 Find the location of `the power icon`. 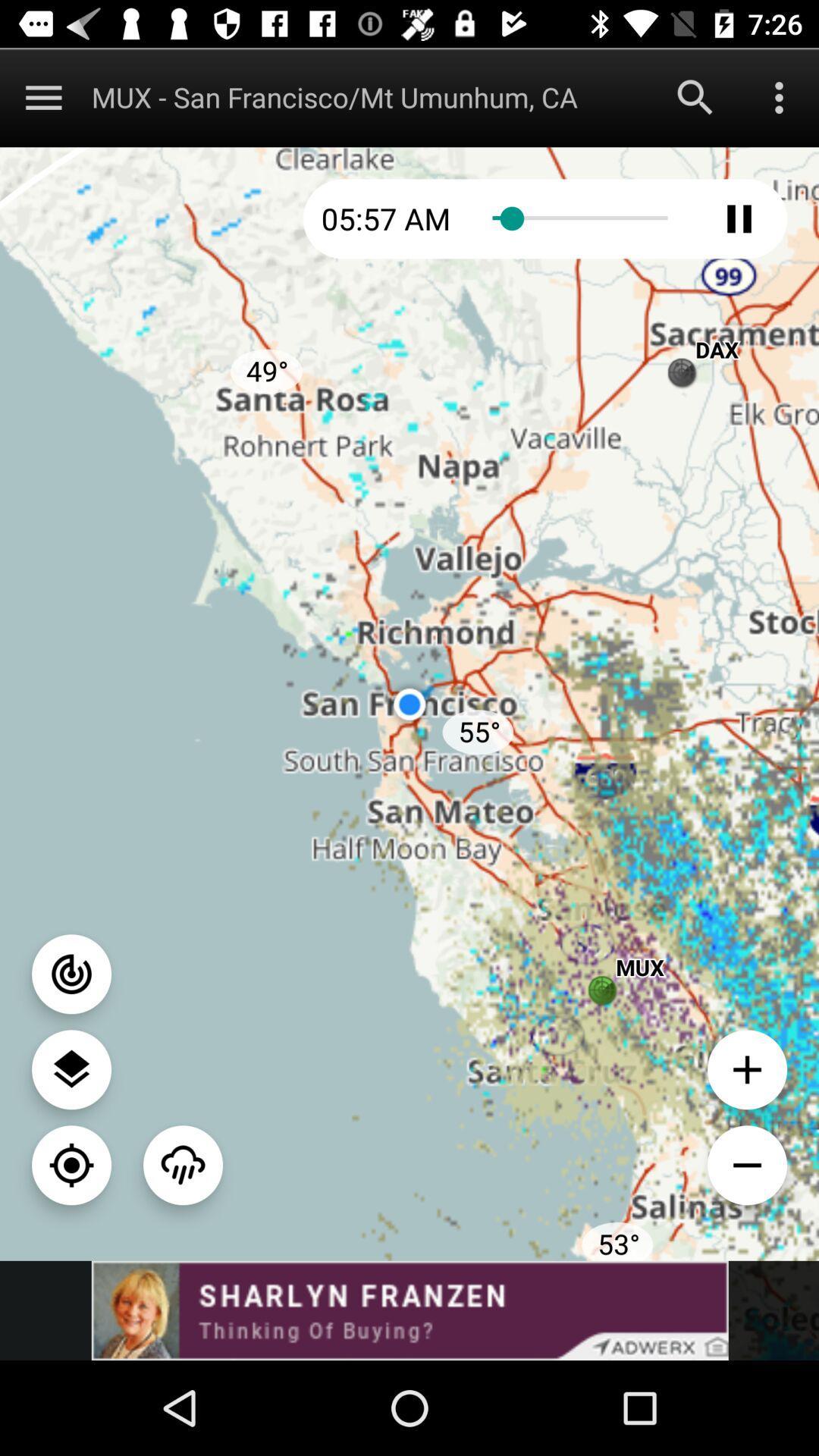

the power icon is located at coordinates (71, 974).